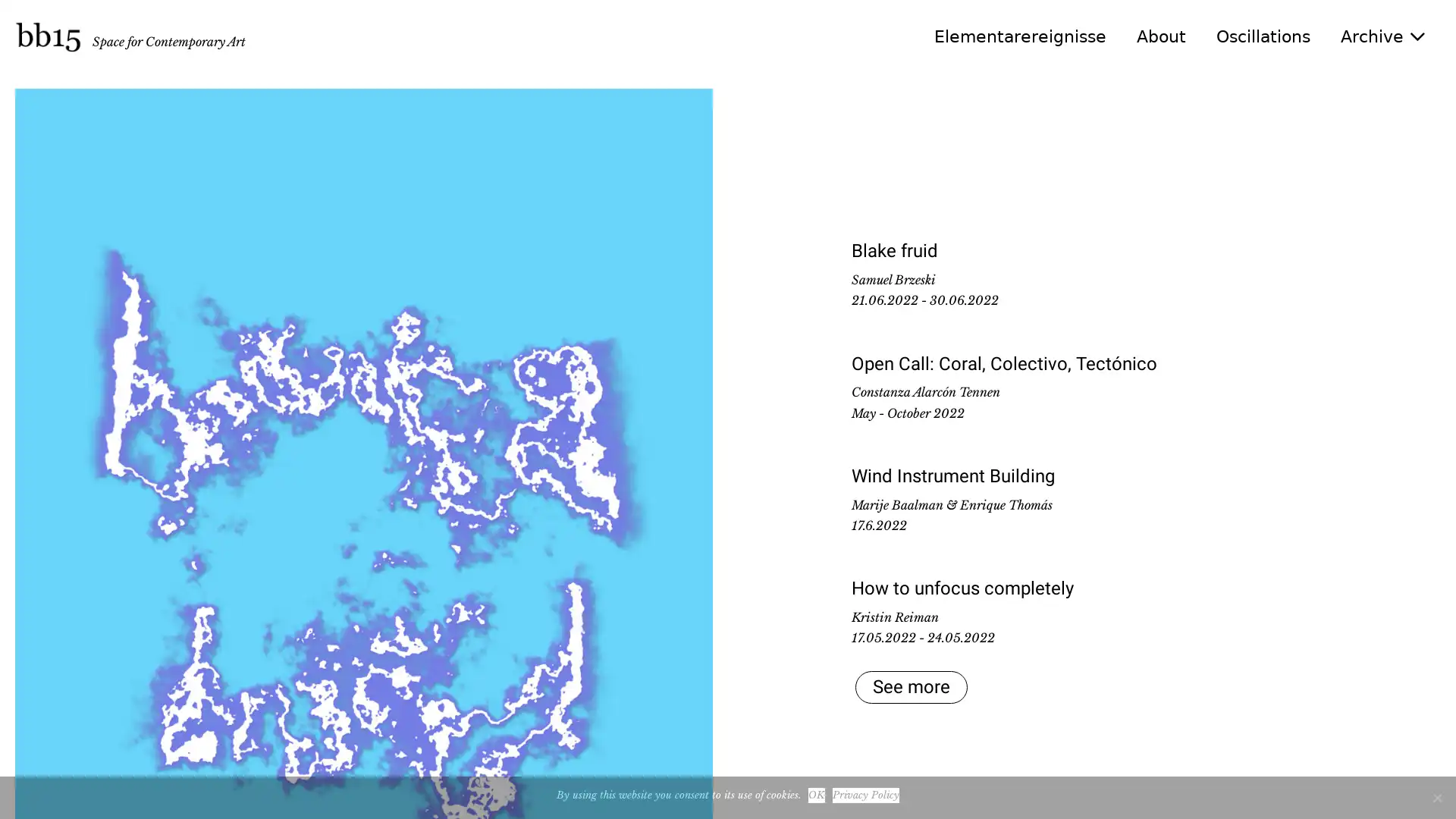 The image size is (1456, 819). I want to click on See more, so click(906, 687).